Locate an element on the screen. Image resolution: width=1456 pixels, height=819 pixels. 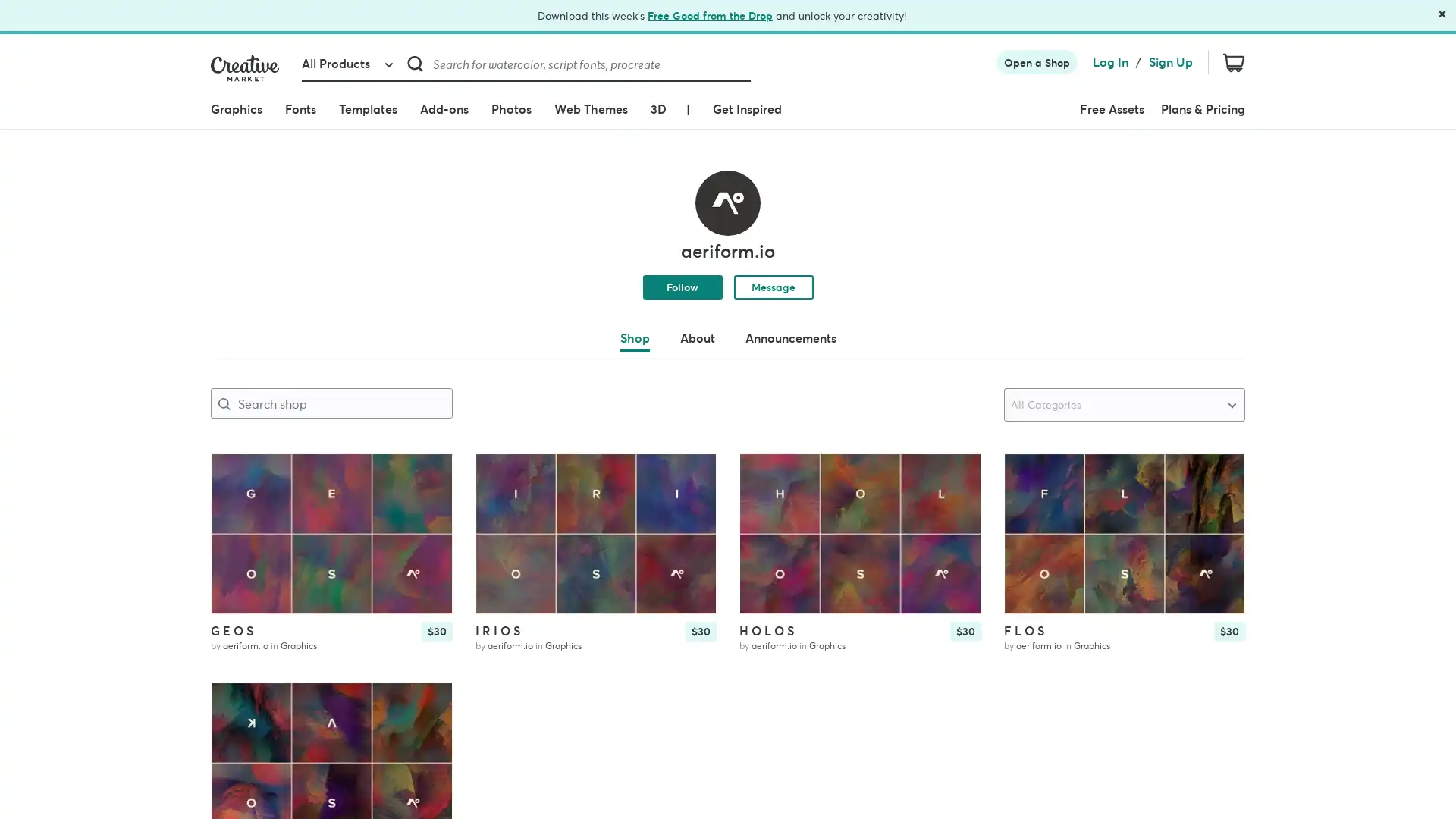
Plans & Pricing is located at coordinates (1202, 108).